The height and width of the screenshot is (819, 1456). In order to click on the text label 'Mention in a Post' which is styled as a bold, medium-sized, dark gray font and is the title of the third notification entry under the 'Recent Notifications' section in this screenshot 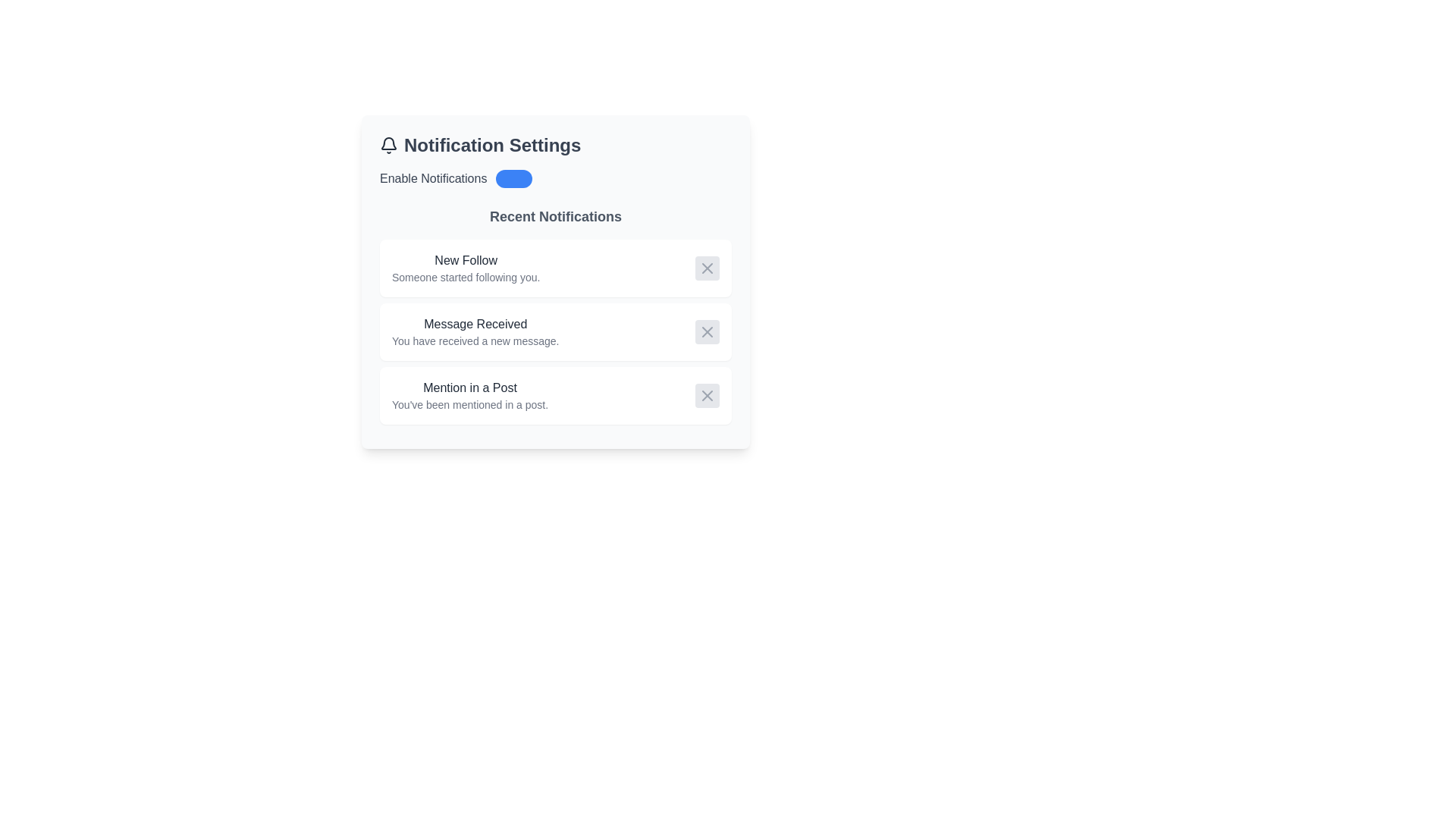, I will do `click(469, 388)`.